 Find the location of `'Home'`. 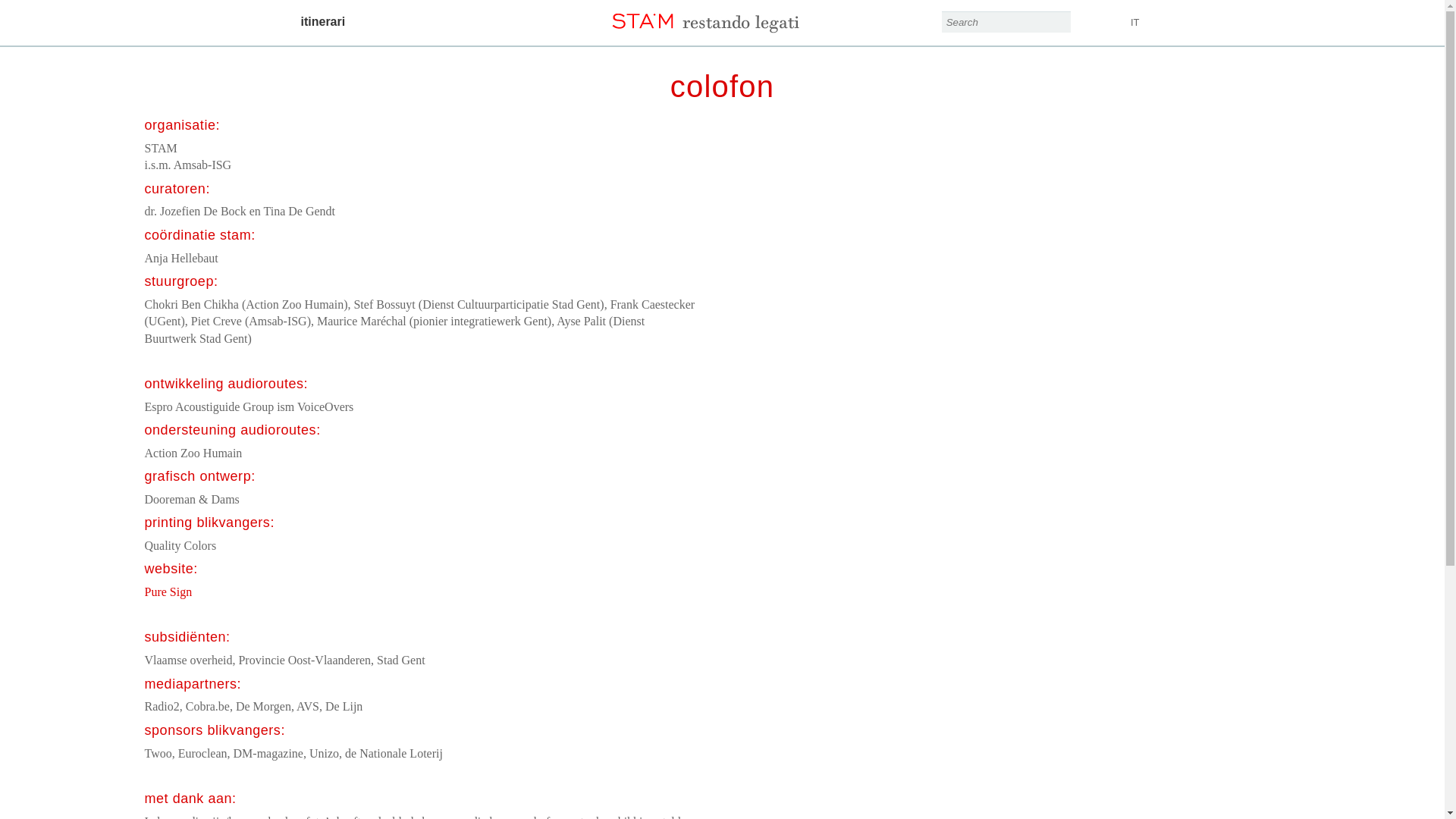

'Home' is located at coordinates (720, 17).